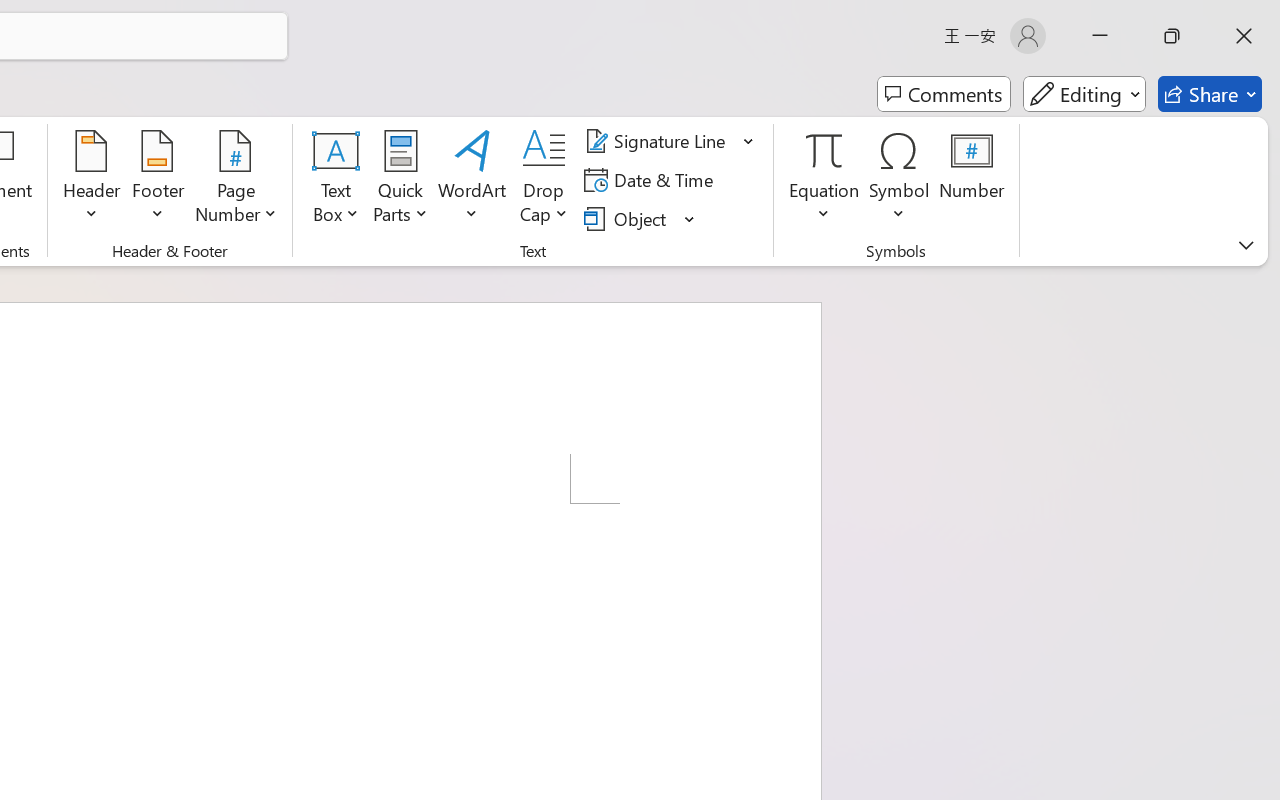 The image size is (1280, 800). Describe the element at coordinates (898, 179) in the screenshot. I see `'Symbol'` at that location.